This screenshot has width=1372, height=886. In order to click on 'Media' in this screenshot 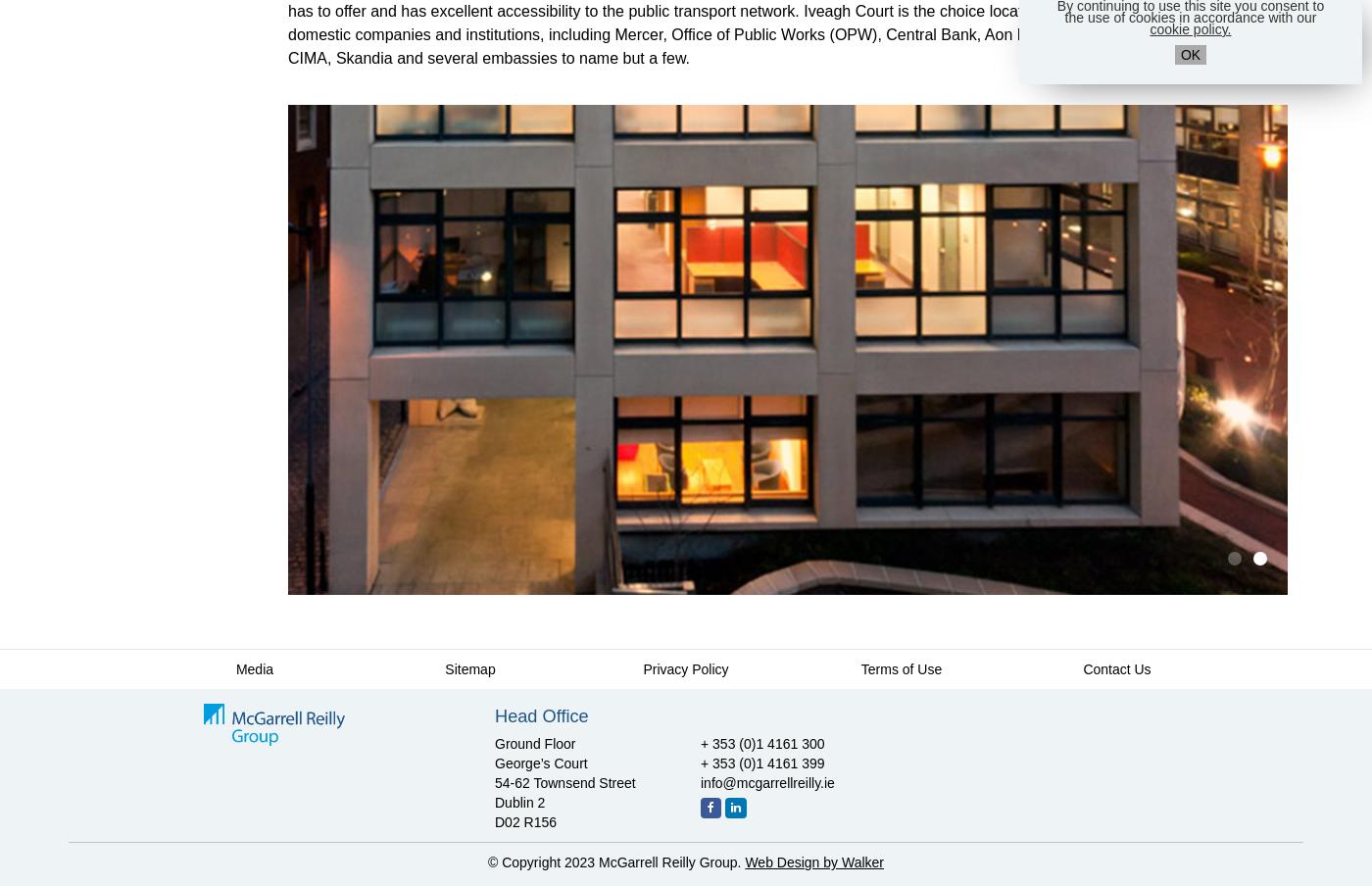, I will do `click(254, 667)`.